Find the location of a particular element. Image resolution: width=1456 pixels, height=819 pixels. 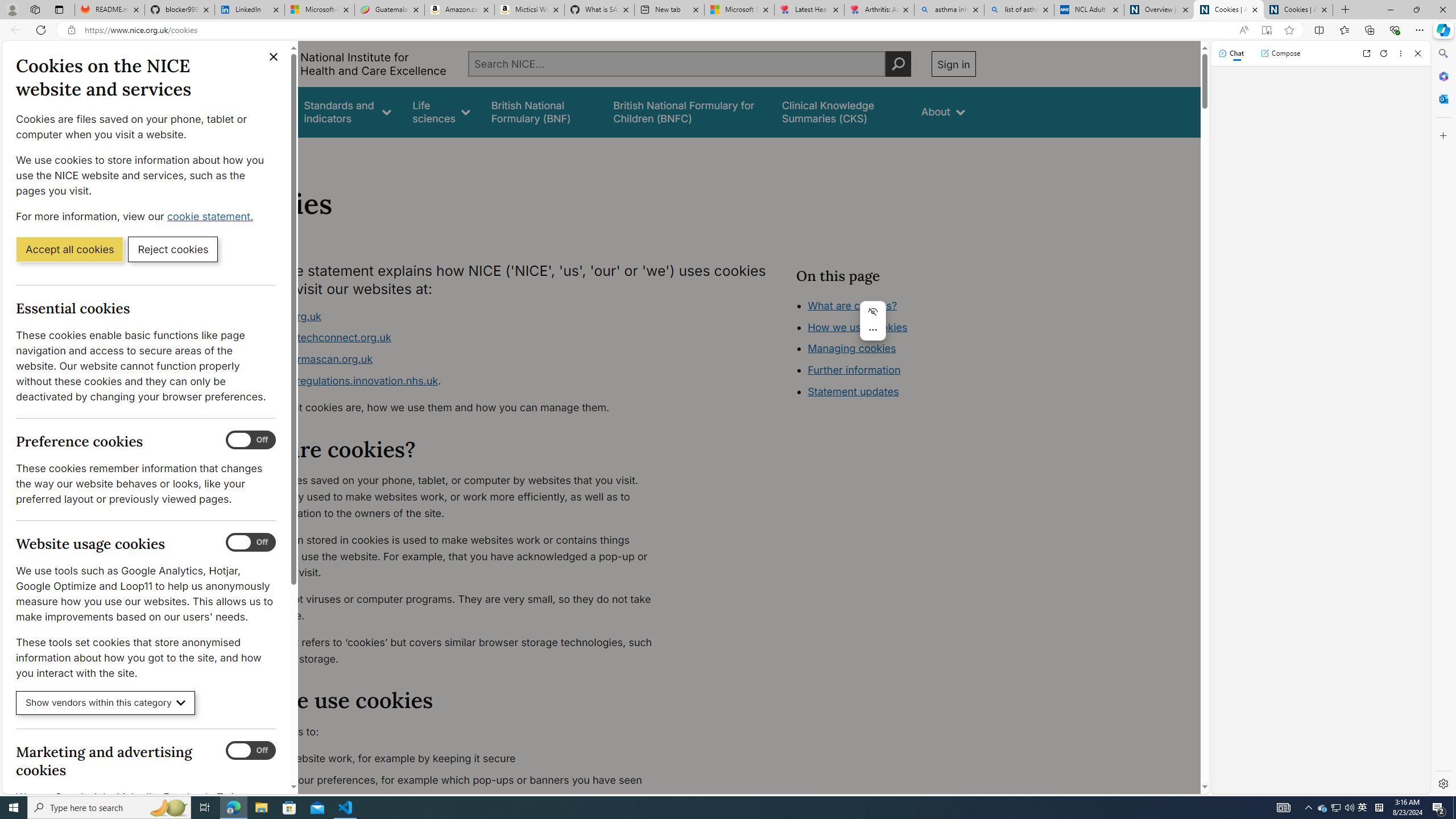

'Close cookie banner' is located at coordinates (274, 56).